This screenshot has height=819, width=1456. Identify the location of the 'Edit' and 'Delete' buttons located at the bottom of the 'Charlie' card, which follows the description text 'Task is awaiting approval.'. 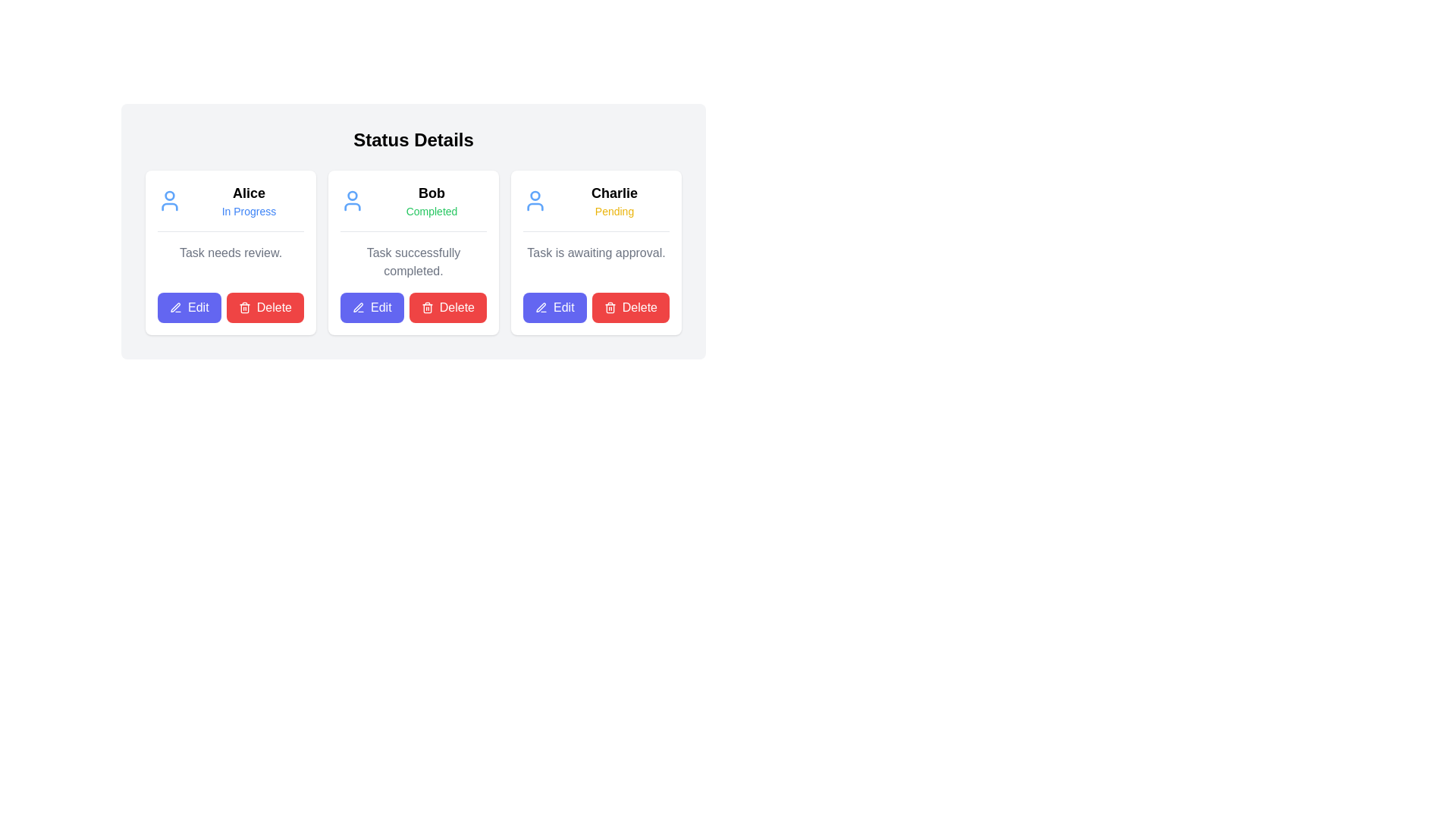
(595, 307).